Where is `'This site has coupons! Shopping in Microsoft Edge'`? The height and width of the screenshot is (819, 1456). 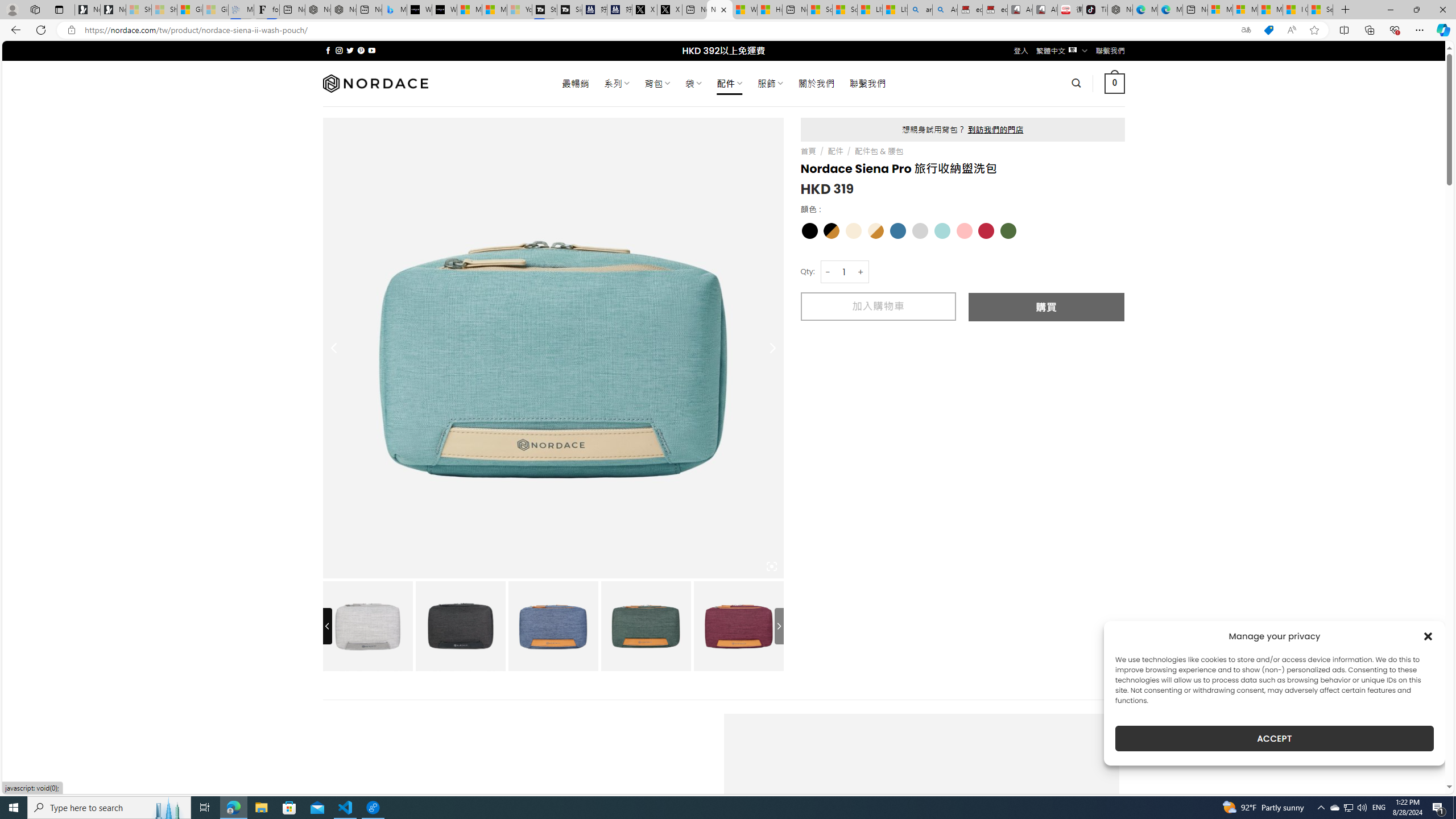 'This site has coupons! Shopping in Microsoft Edge' is located at coordinates (1268, 30).